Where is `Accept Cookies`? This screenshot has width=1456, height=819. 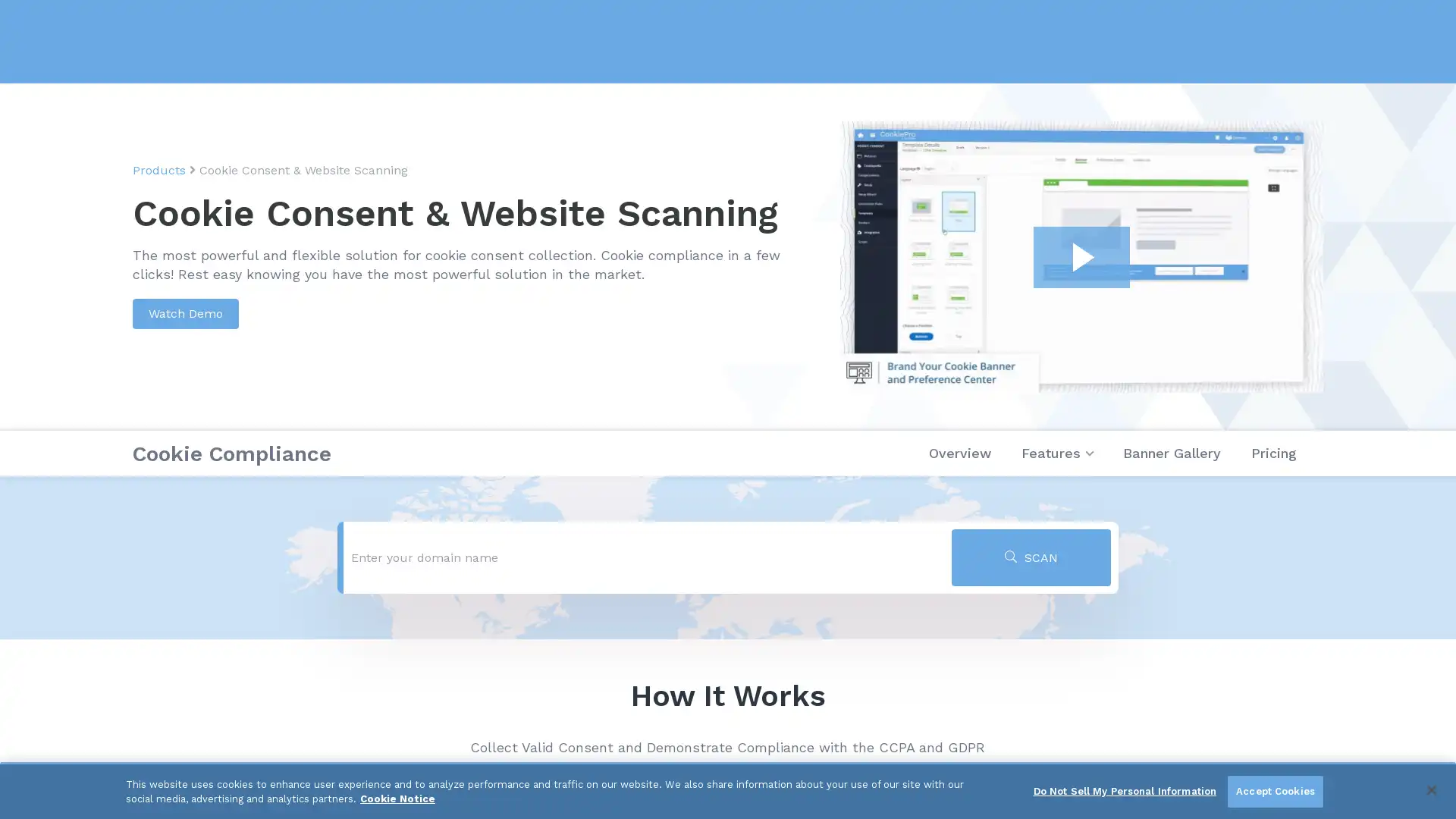
Accept Cookies is located at coordinates (1274, 791).